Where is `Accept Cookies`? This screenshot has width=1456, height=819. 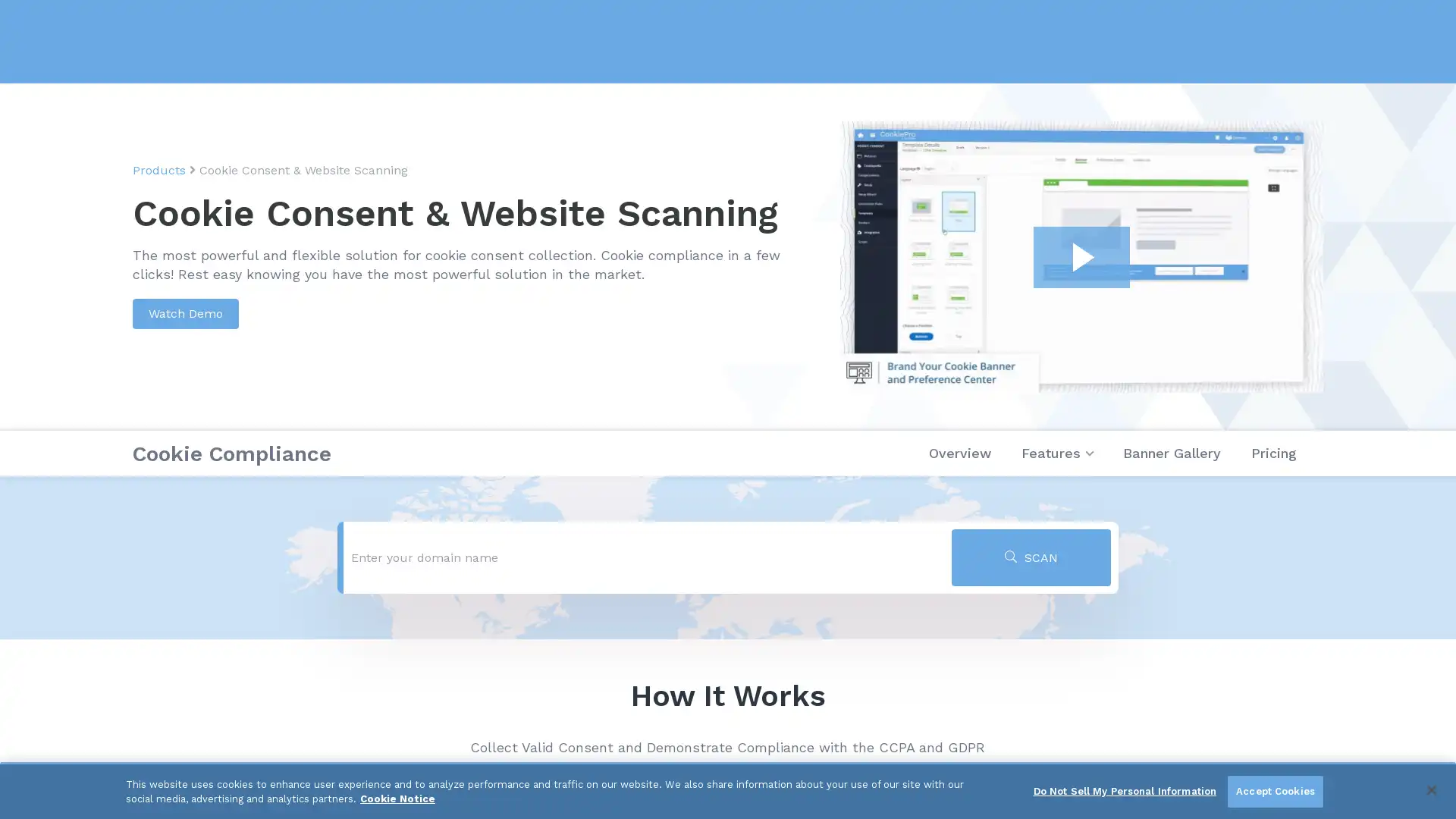
Accept Cookies is located at coordinates (1274, 791).